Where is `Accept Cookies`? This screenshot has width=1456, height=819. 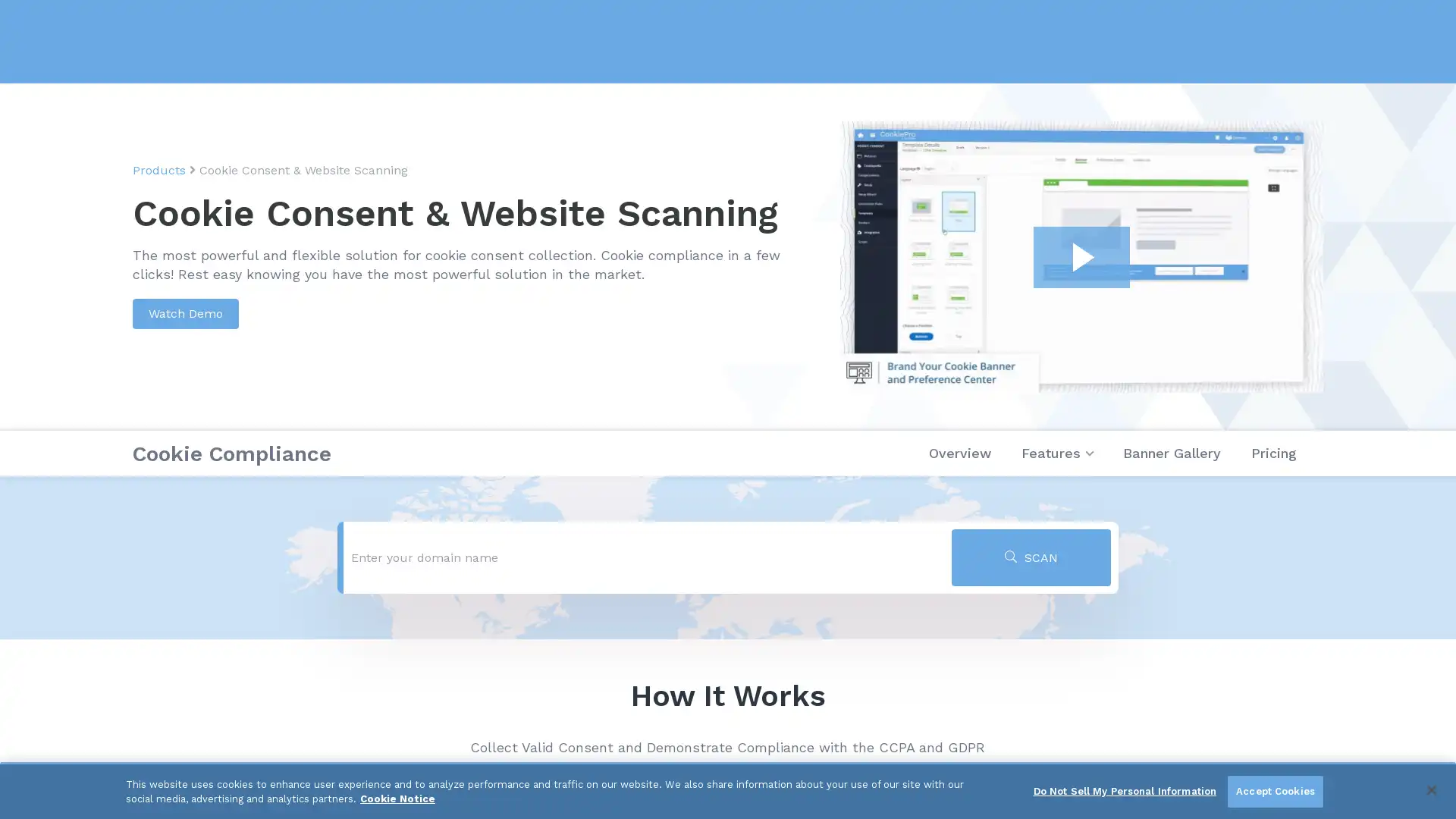
Accept Cookies is located at coordinates (1274, 791).